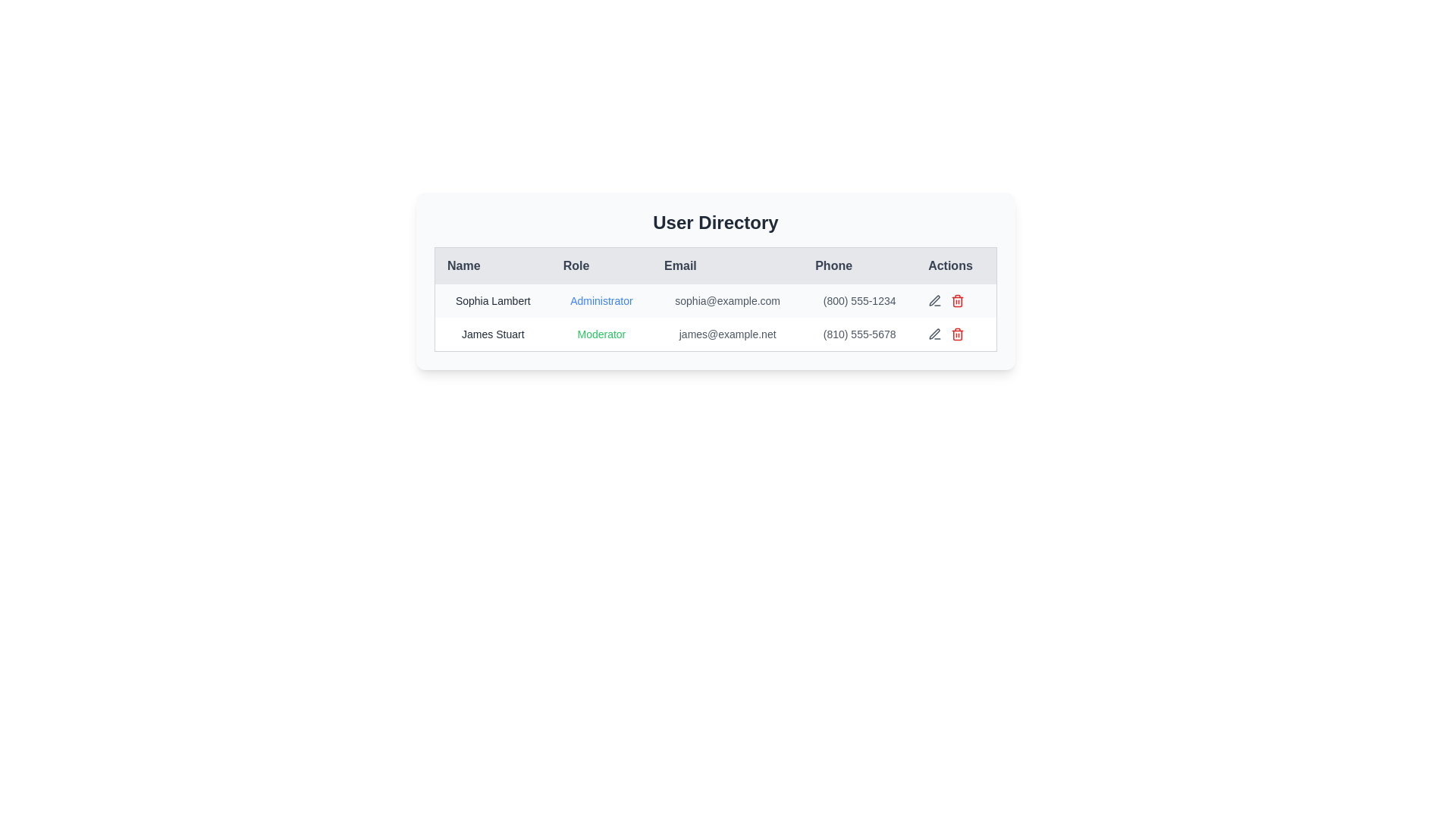  Describe the element at coordinates (955, 301) in the screenshot. I see `the delete icon button located at the rightmost end of the first row in the 'Actions' column of the user directory table` at that location.